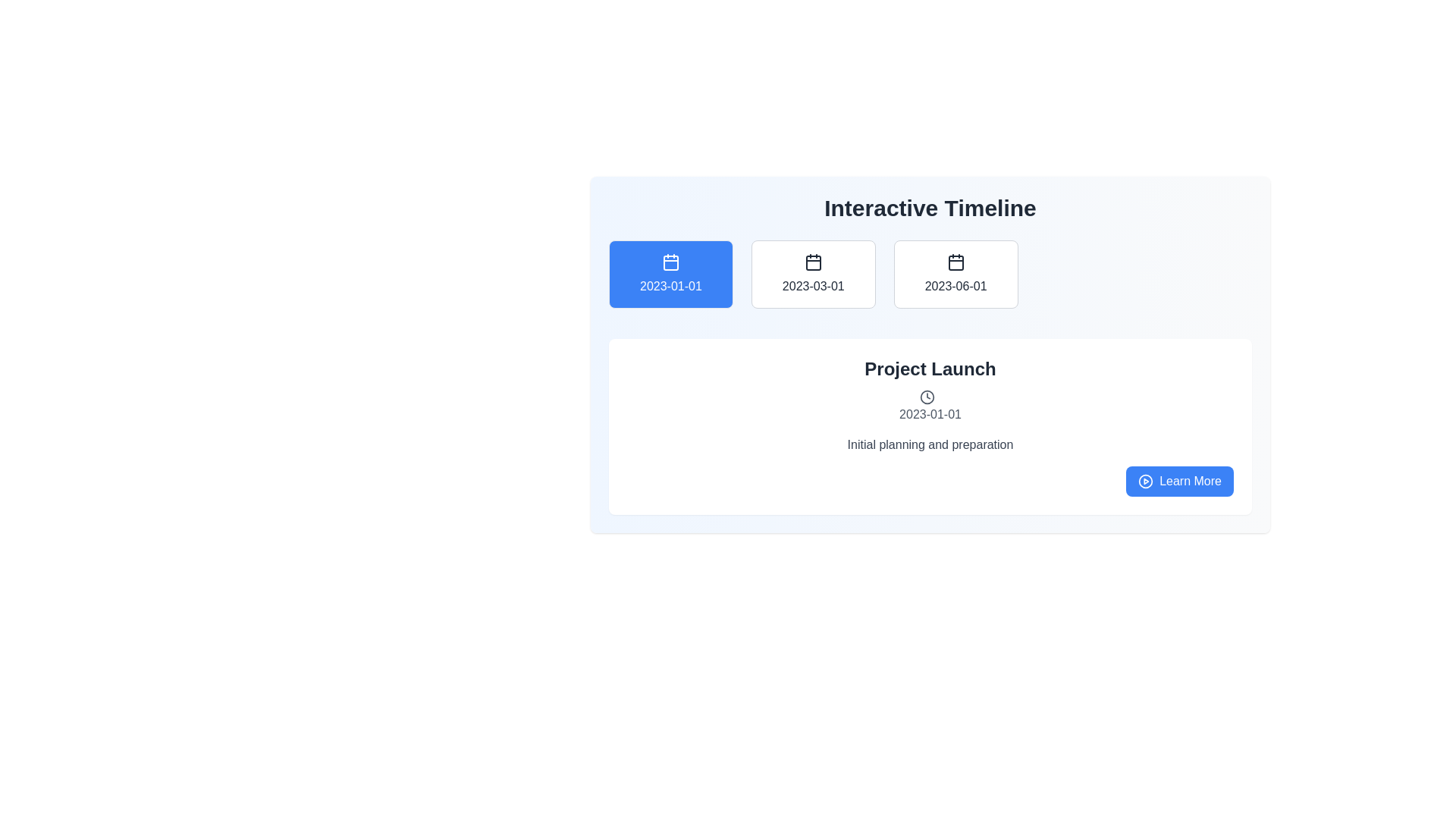  I want to click on the calendar icon representing the date, which is the second icon in a row of three near the text '2023-03-01', so click(812, 262).